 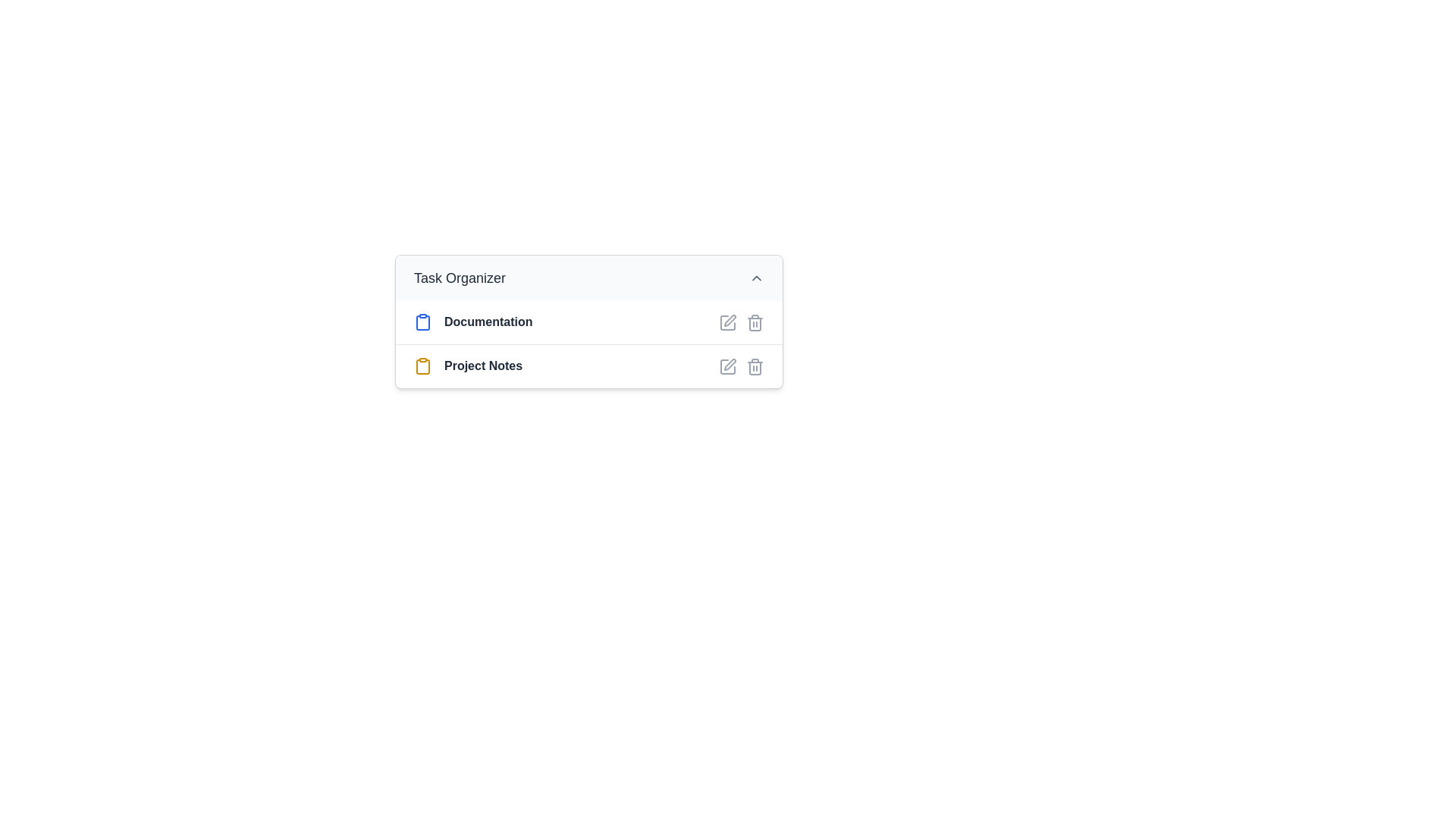 What do you see at coordinates (757, 278) in the screenshot?
I see `the Chevron icon located in the top-right section of the 'Task Organizer' header bar` at bounding box center [757, 278].